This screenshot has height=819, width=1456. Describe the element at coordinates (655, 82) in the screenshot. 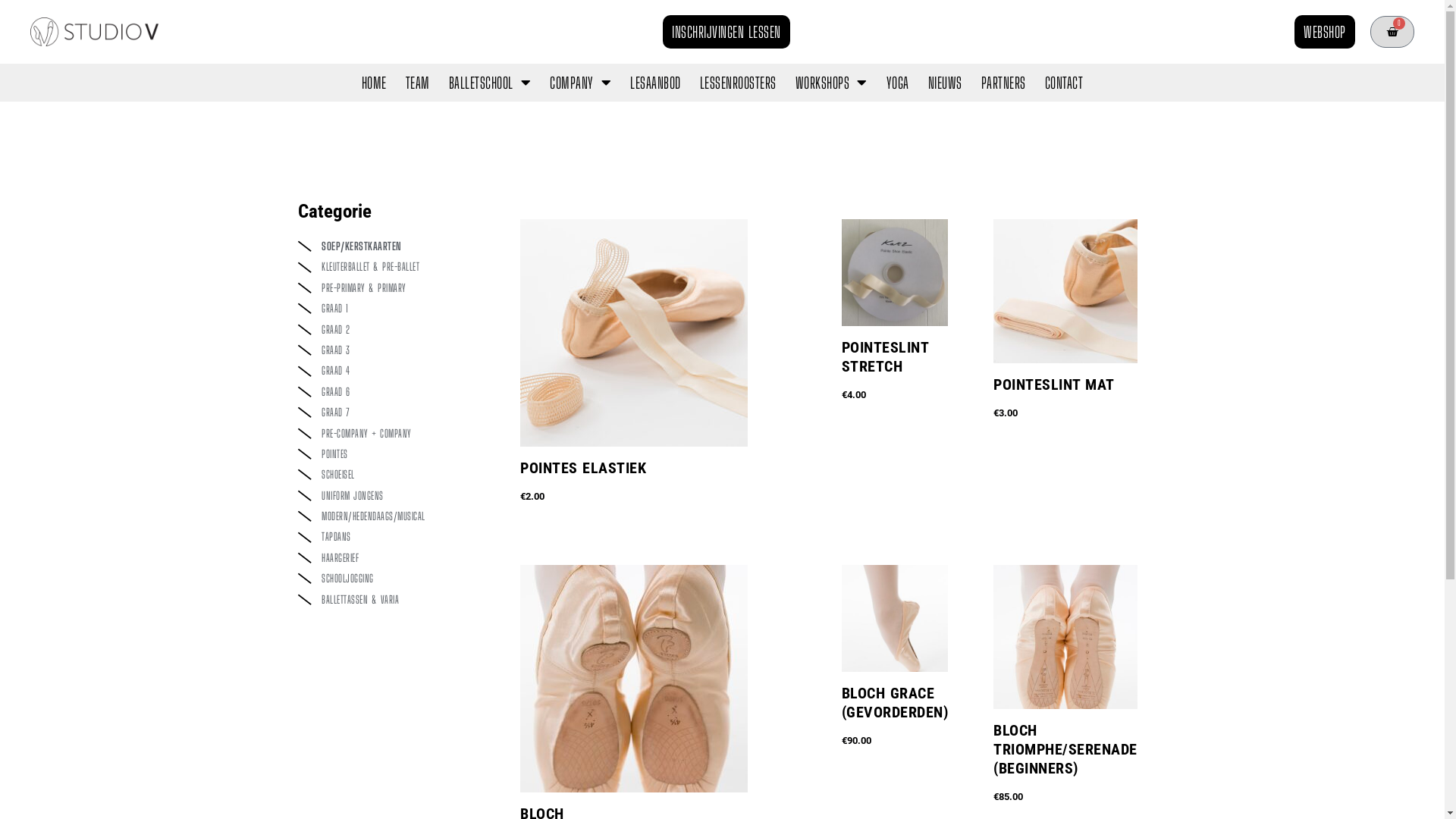

I see `'LESAANBOD'` at that location.